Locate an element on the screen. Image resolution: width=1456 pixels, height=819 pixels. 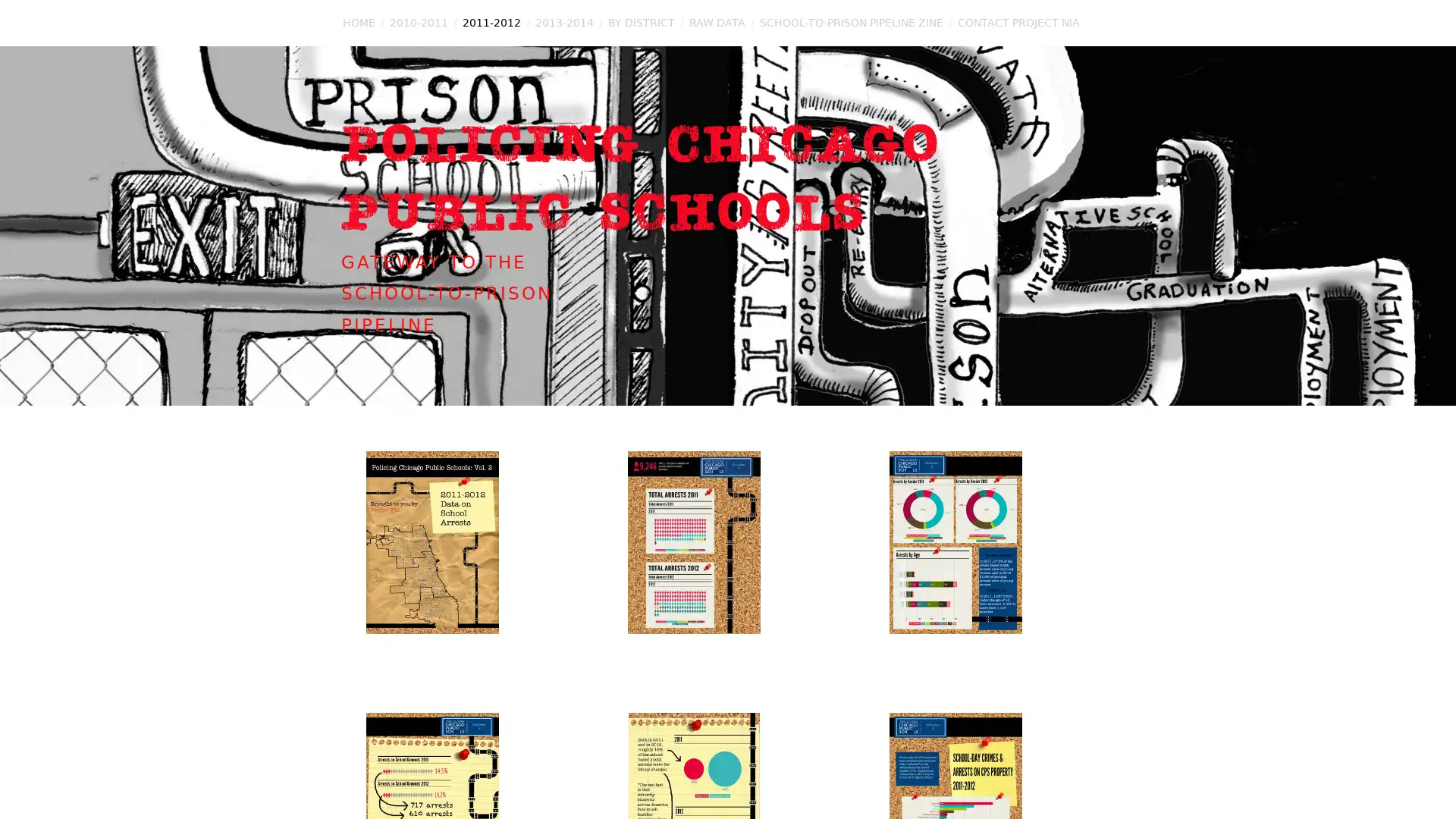
View fullsize CPD in CPS_P1.jpg is located at coordinates (465, 576).